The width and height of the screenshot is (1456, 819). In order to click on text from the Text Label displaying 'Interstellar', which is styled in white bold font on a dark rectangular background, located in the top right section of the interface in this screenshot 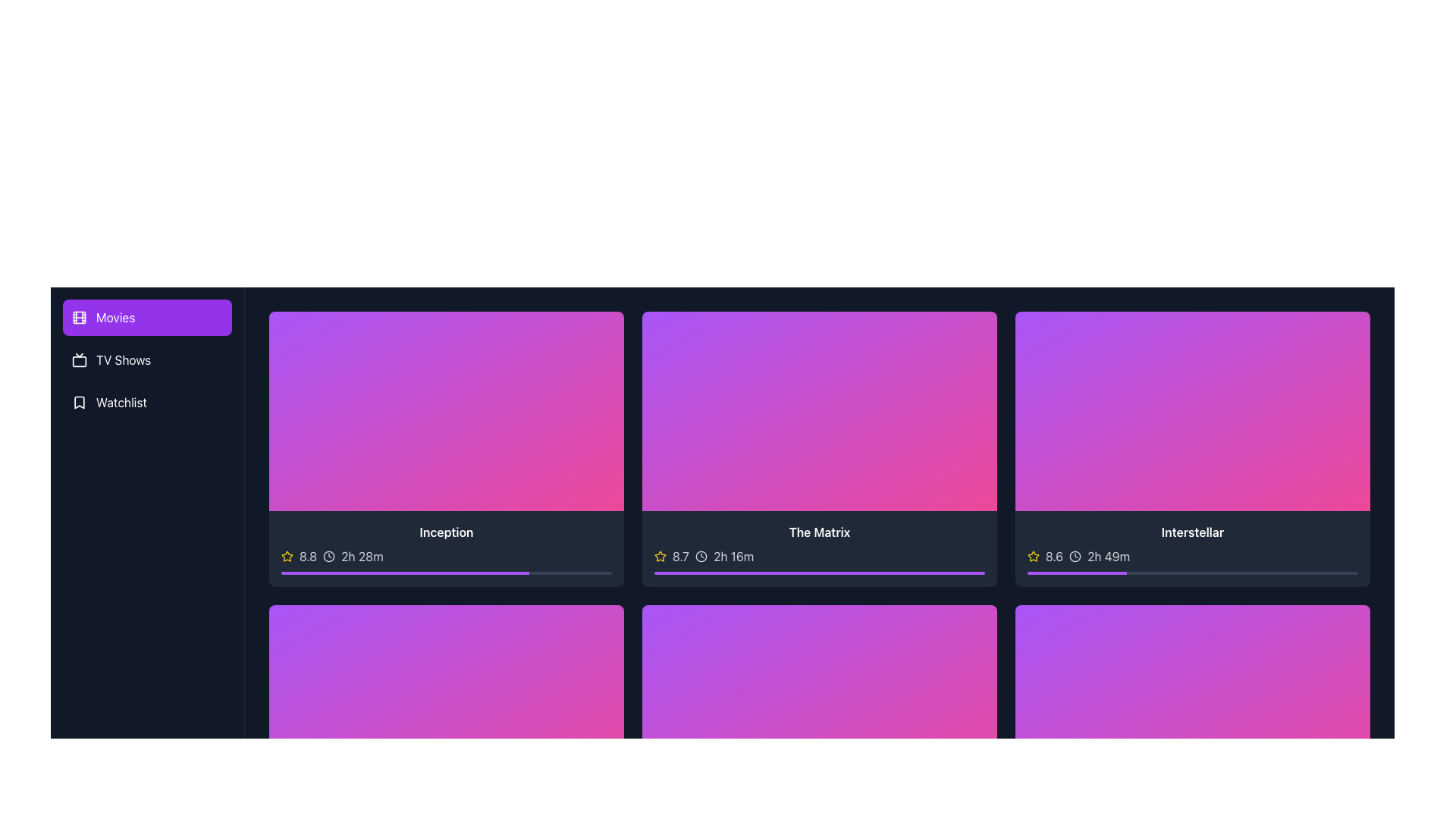, I will do `click(1192, 532)`.